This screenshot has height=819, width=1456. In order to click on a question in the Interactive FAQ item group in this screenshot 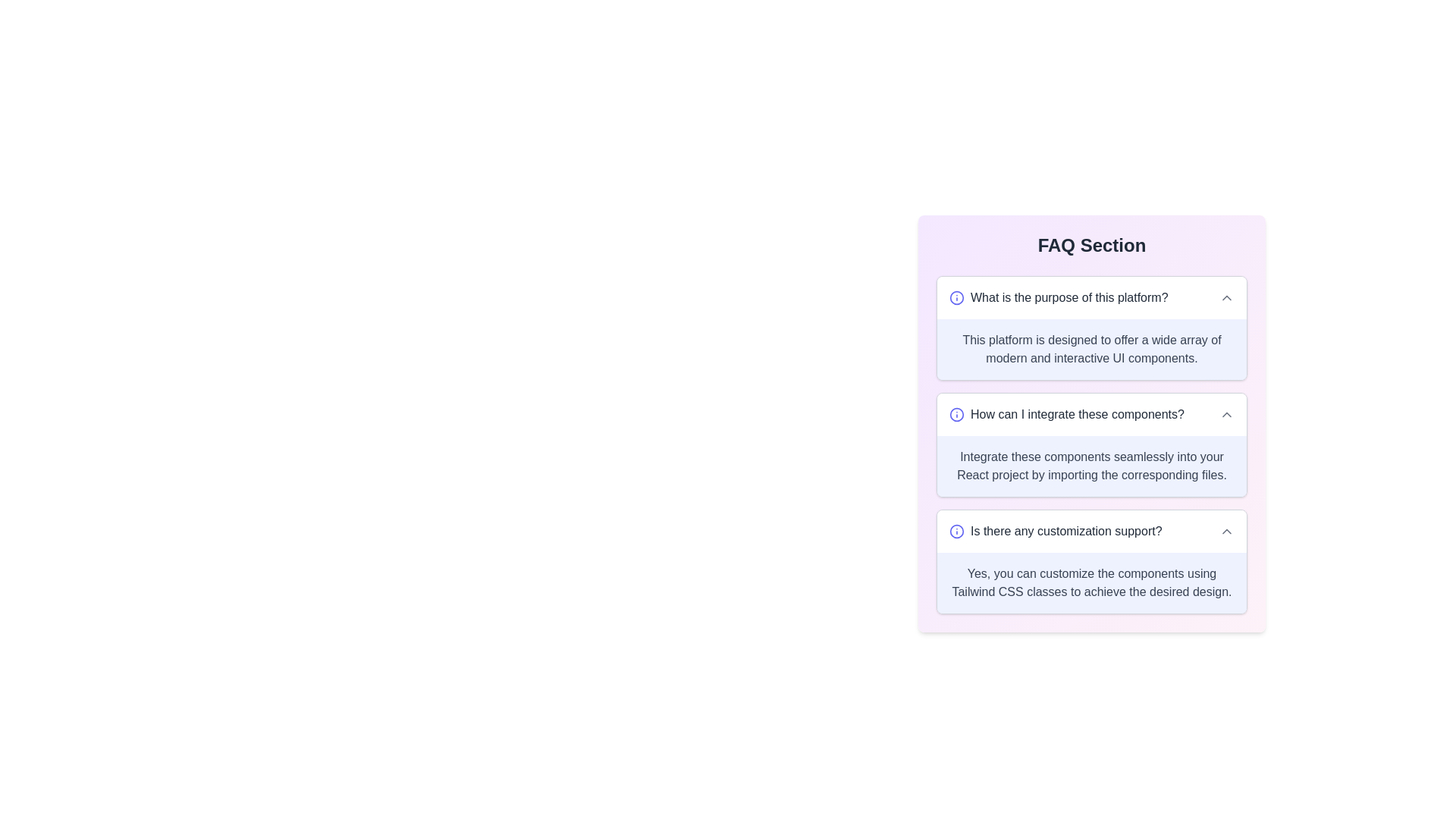, I will do `click(1092, 444)`.